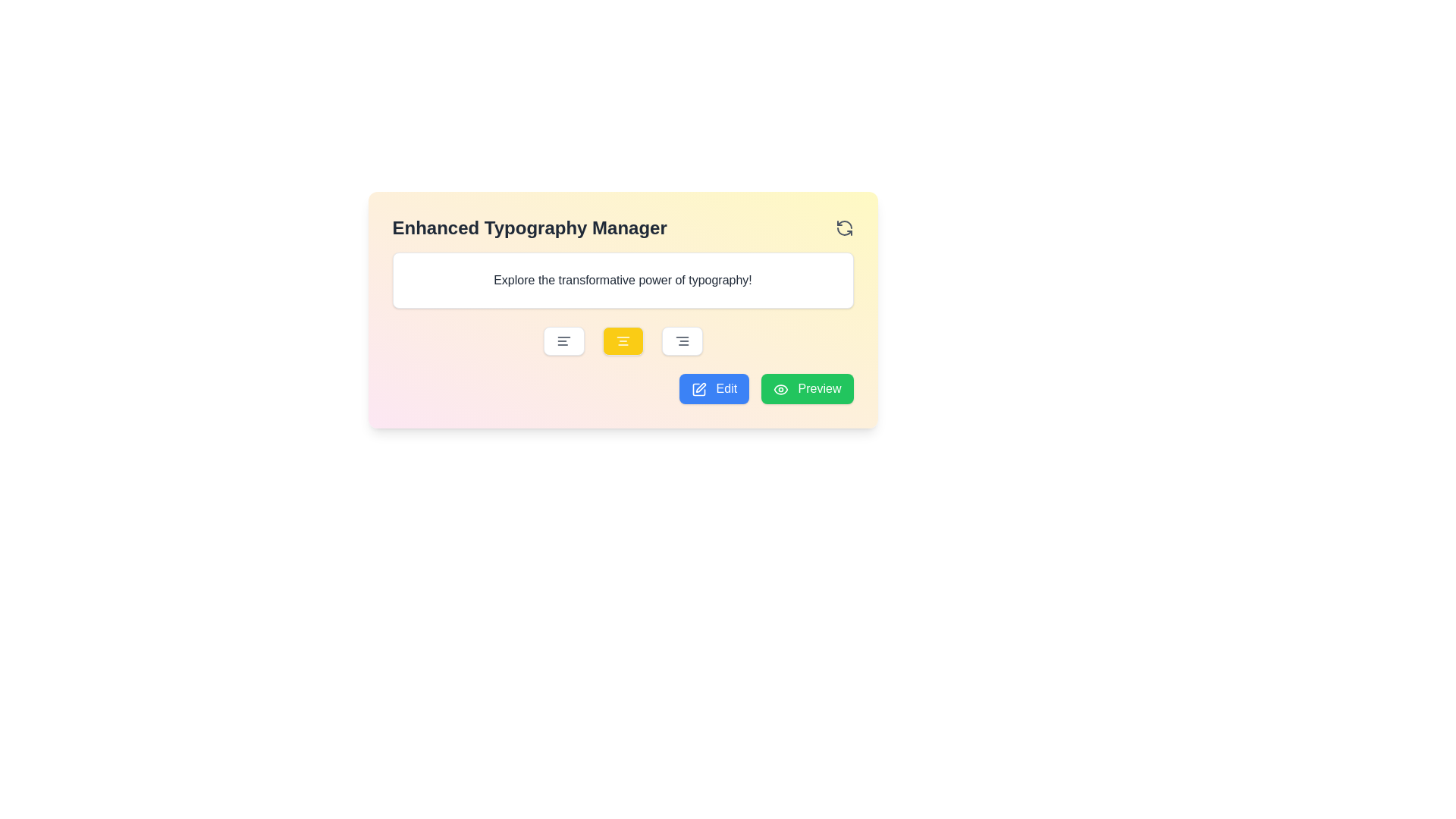 Image resolution: width=1456 pixels, height=819 pixels. What do you see at coordinates (681, 341) in the screenshot?
I see `the right-align button, which is the fourth button in a horizontal group of text alignment buttons located below the input field, to apply right text alignment to the content` at bounding box center [681, 341].